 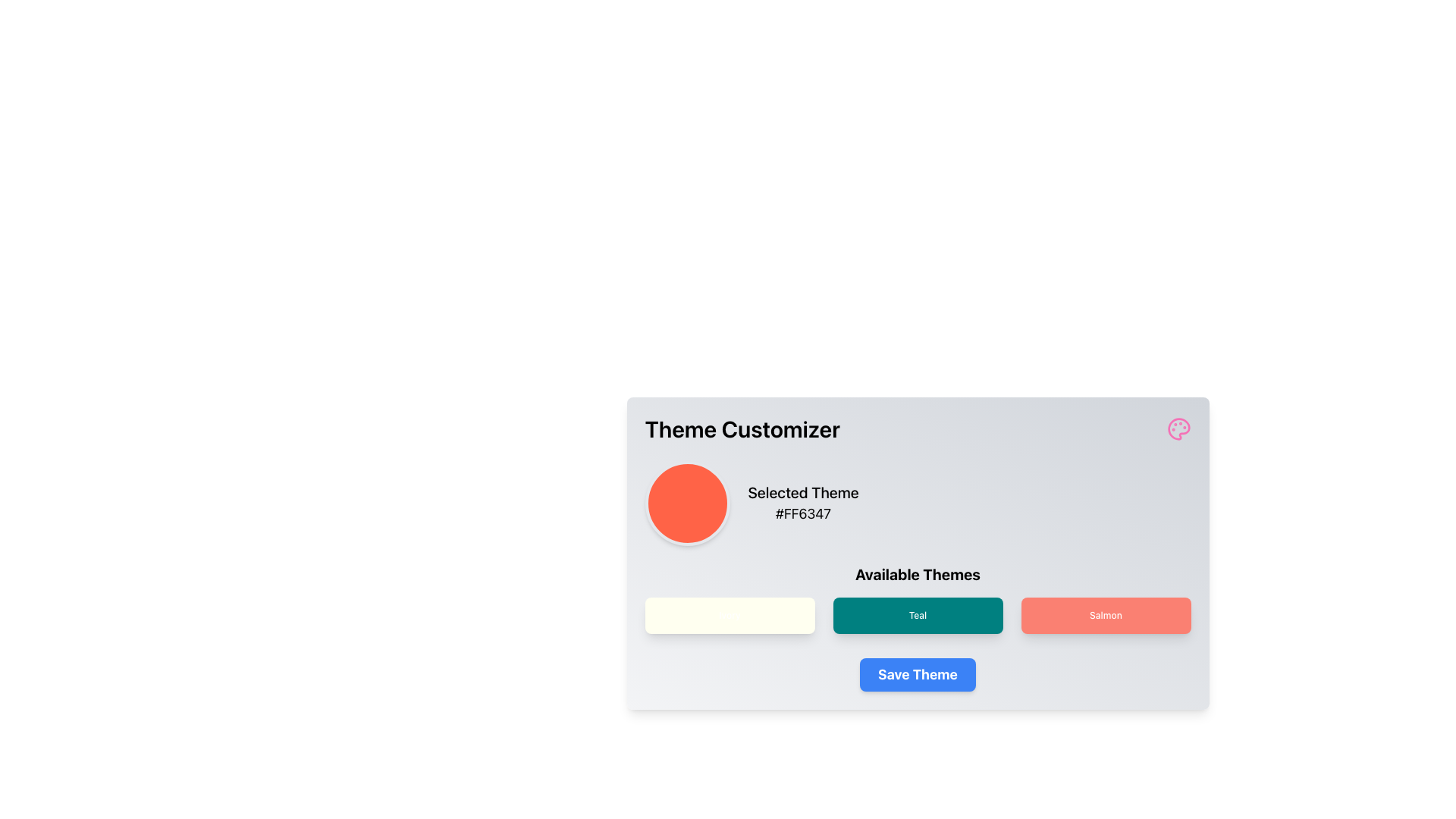 What do you see at coordinates (730, 616) in the screenshot?
I see `the first button in the theme options grid` at bounding box center [730, 616].